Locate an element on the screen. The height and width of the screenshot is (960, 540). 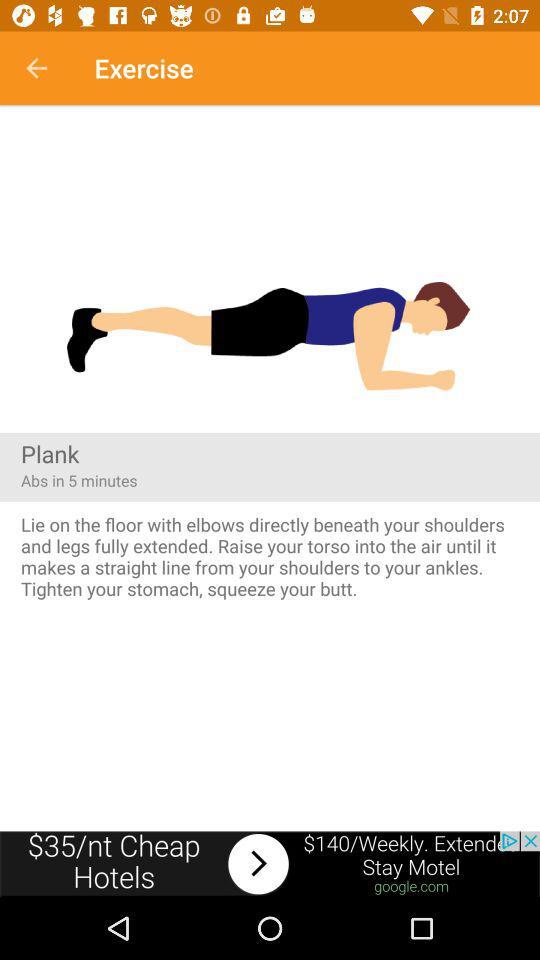
click hotel advertisement is located at coordinates (270, 863).